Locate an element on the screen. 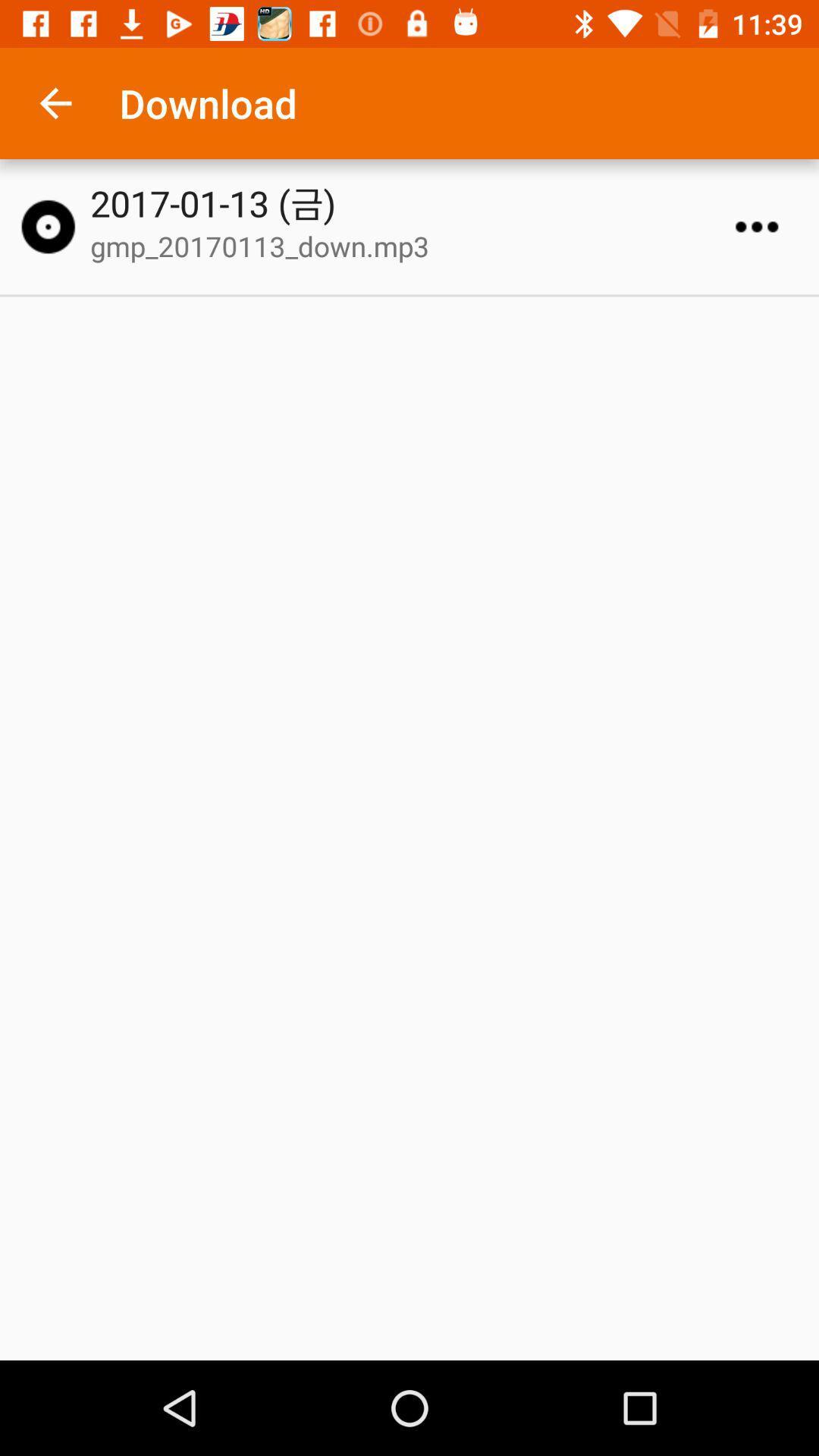  the icon at the top right corner is located at coordinates (757, 226).